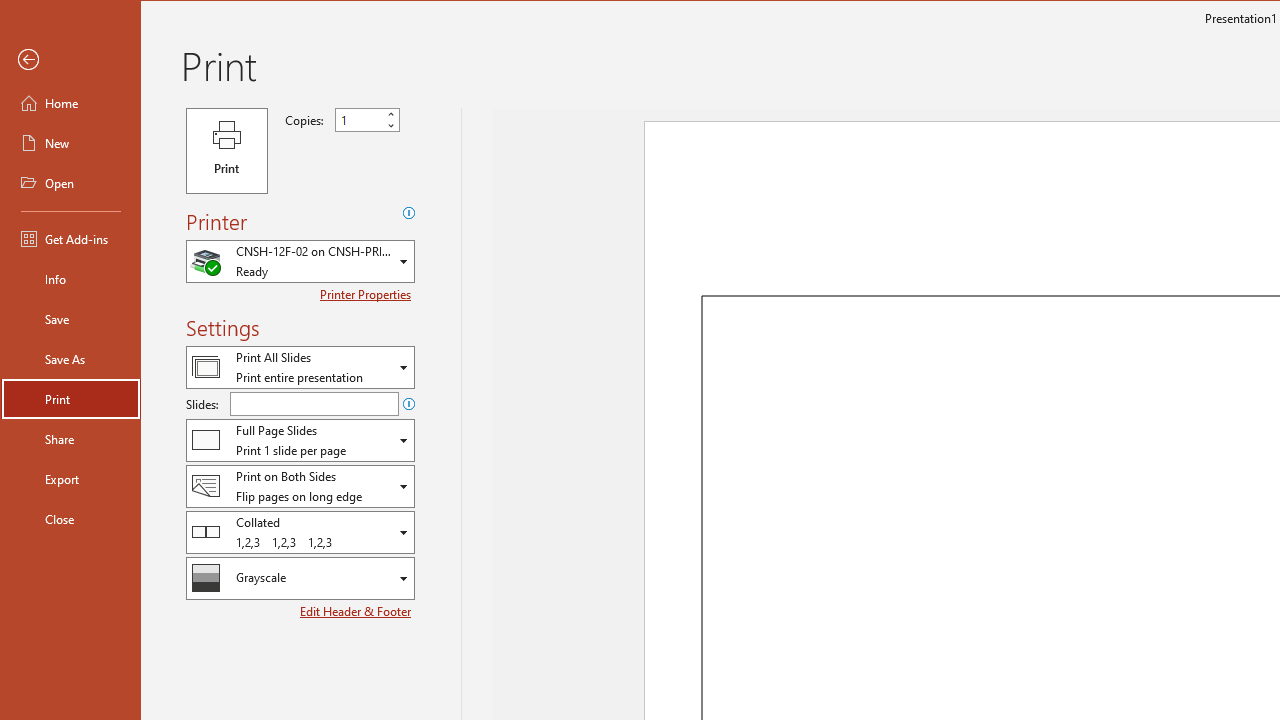  Describe the element at coordinates (367, 119) in the screenshot. I see `'Copies'` at that location.